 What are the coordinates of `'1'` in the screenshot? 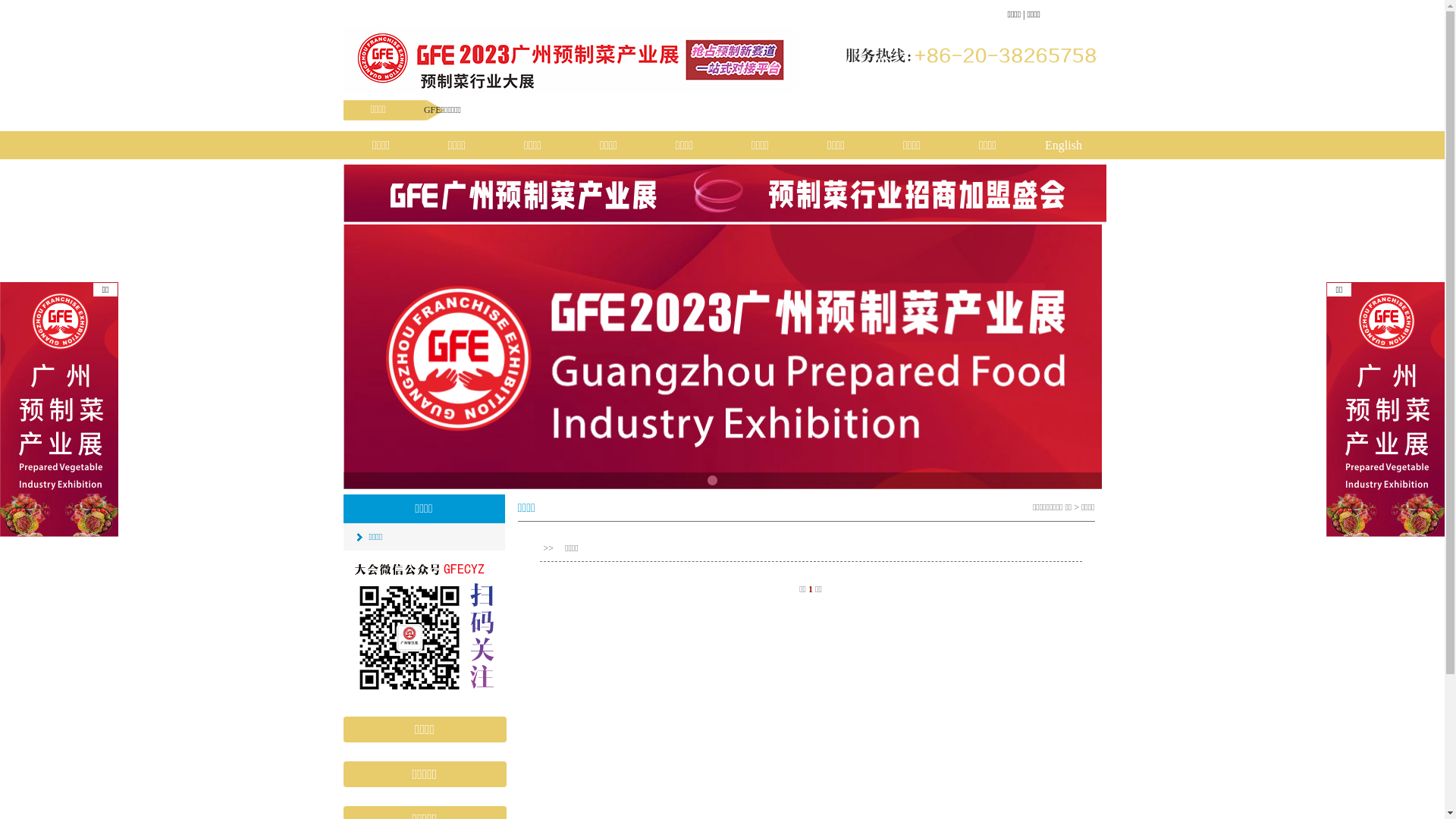 It's located at (810, 588).